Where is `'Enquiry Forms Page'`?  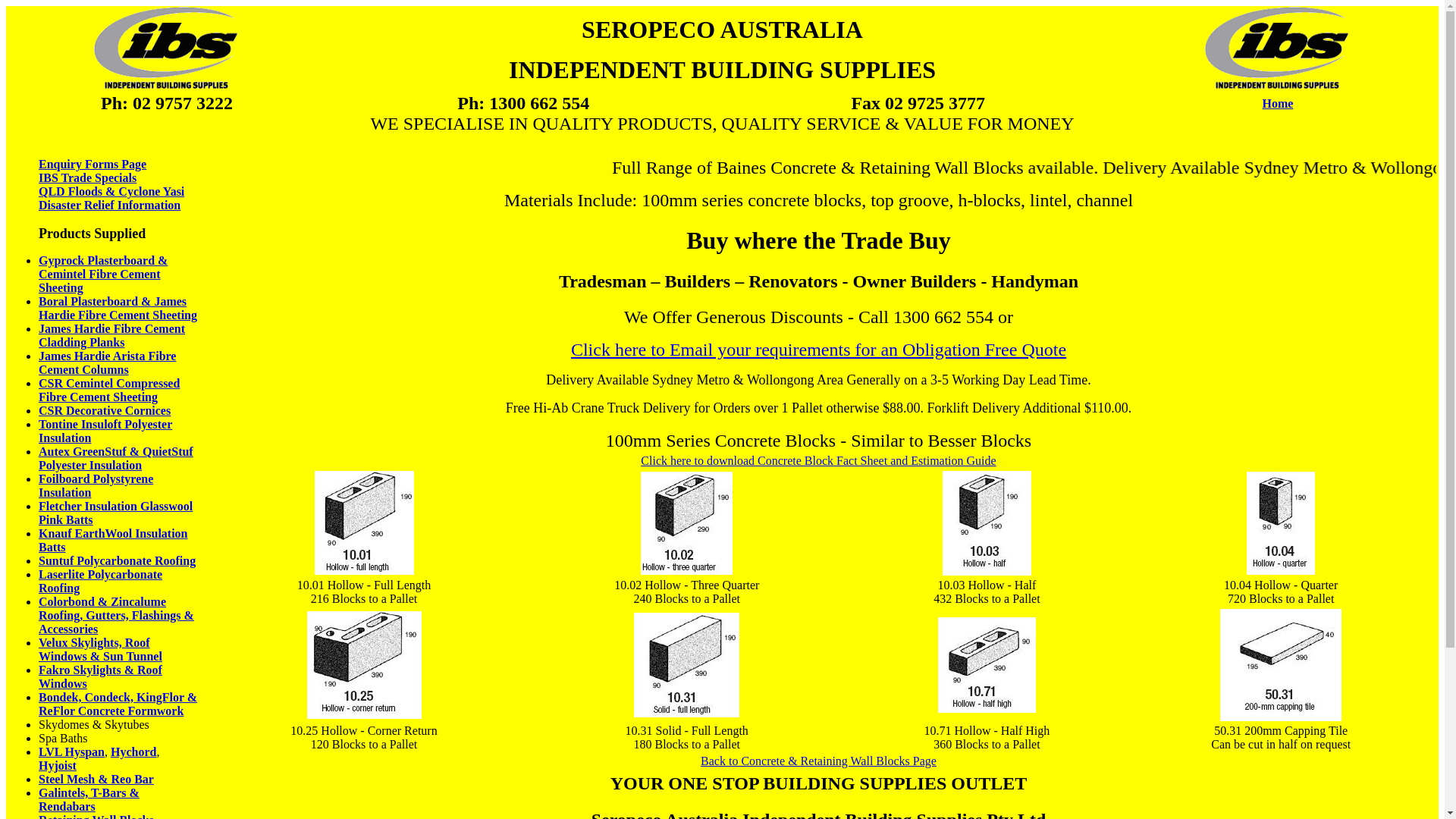
'Enquiry Forms Page' is located at coordinates (91, 164).